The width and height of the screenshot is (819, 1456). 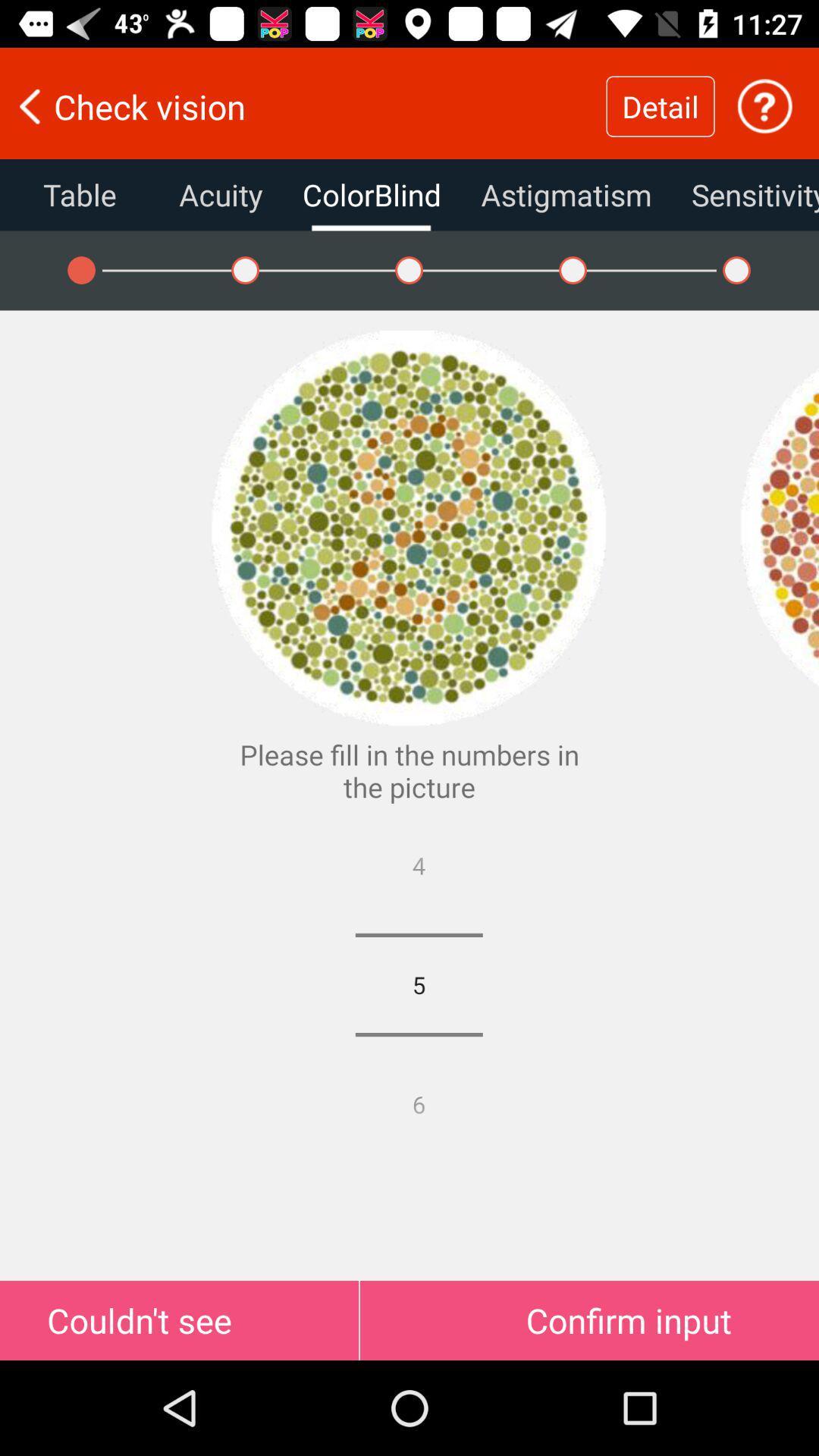 I want to click on find out more, so click(x=764, y=105).